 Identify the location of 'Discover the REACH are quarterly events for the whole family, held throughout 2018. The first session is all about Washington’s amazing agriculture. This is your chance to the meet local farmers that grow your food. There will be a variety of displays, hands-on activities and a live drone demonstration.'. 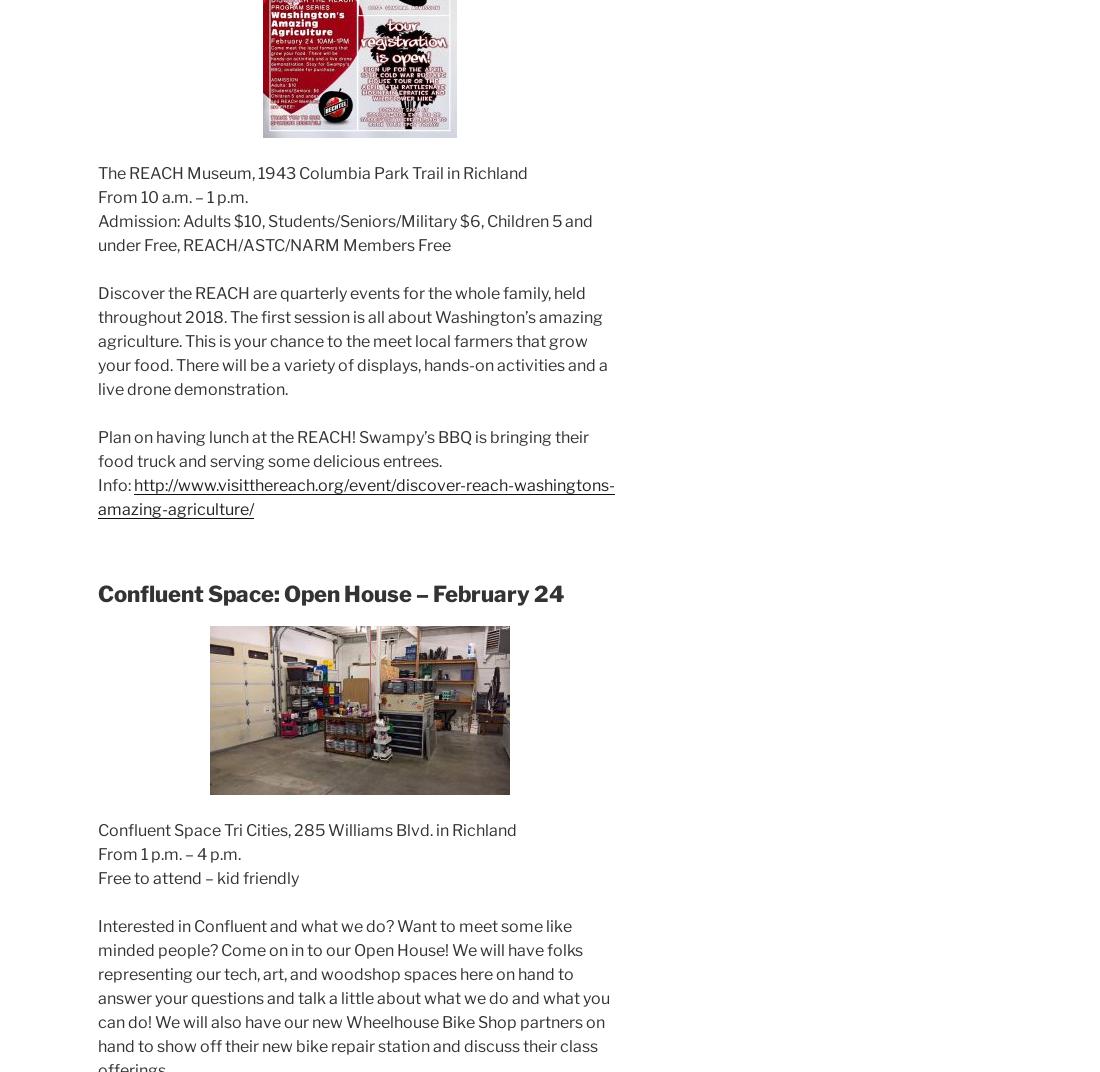
(352, 340).